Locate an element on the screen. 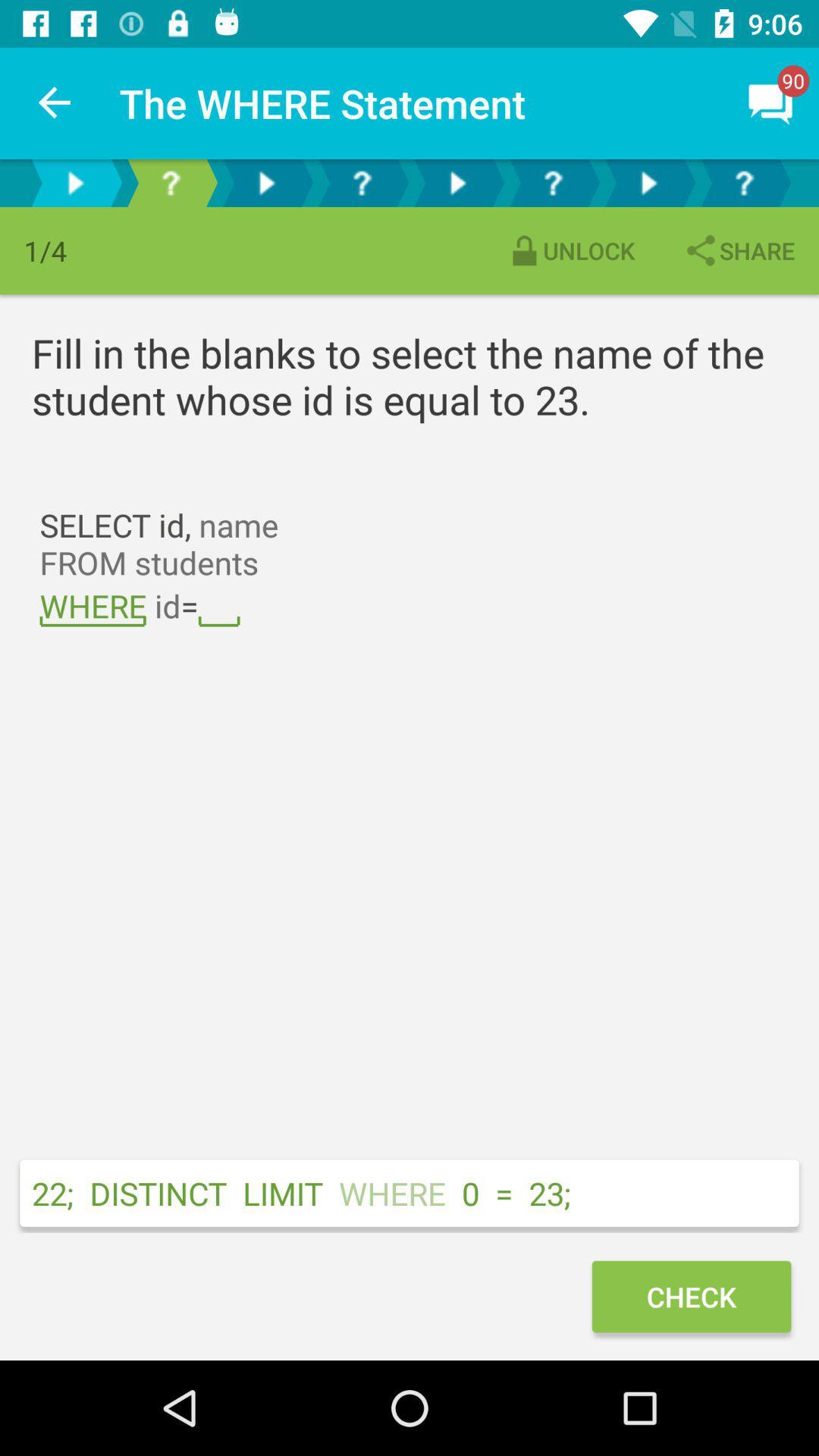 Image resolution: width=819 pixels, height=1456 pixels. tab is located at coordinates (362, 182).